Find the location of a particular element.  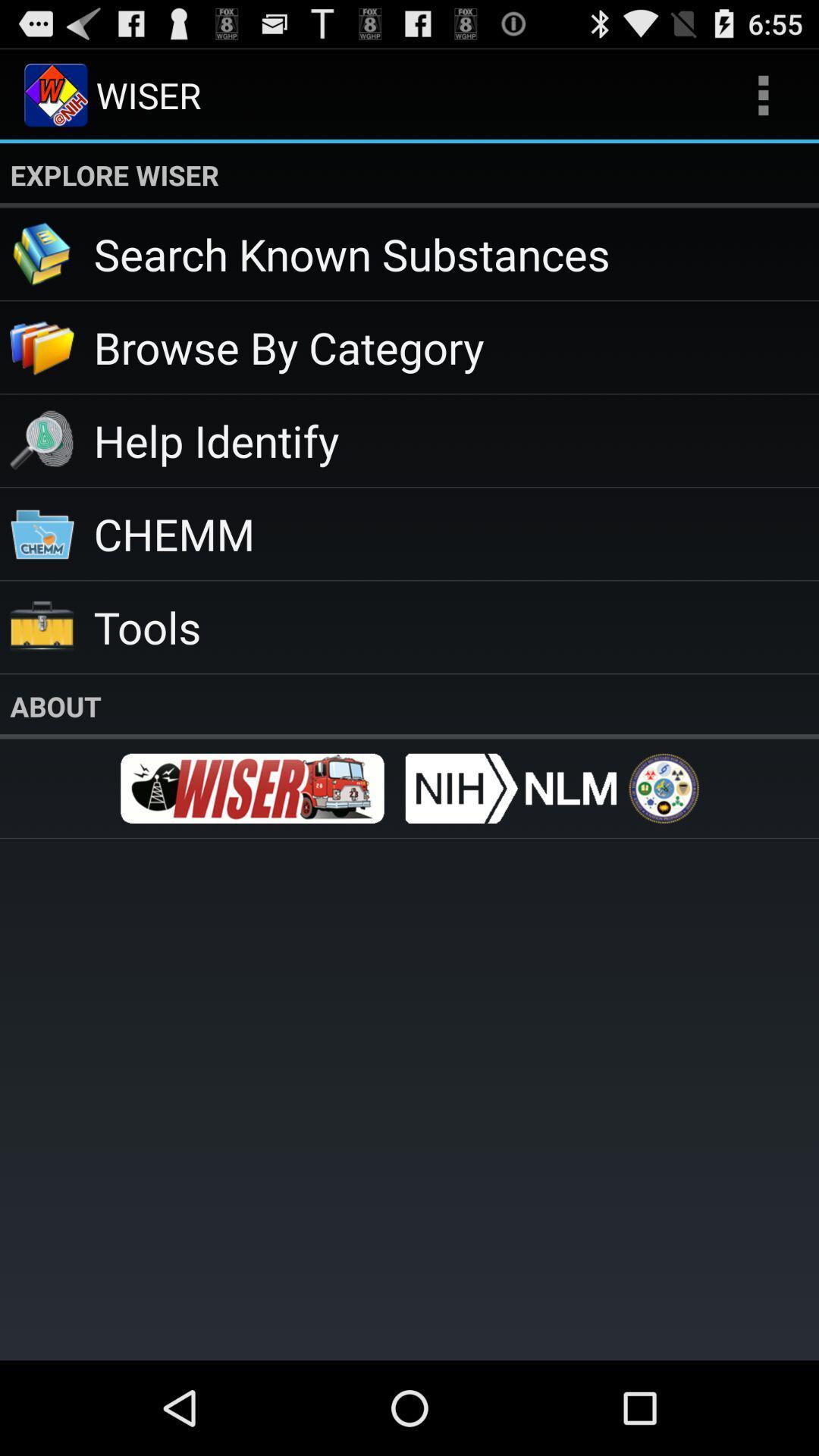

the icon below the search known substances icon is located at coordinates (455, 346).